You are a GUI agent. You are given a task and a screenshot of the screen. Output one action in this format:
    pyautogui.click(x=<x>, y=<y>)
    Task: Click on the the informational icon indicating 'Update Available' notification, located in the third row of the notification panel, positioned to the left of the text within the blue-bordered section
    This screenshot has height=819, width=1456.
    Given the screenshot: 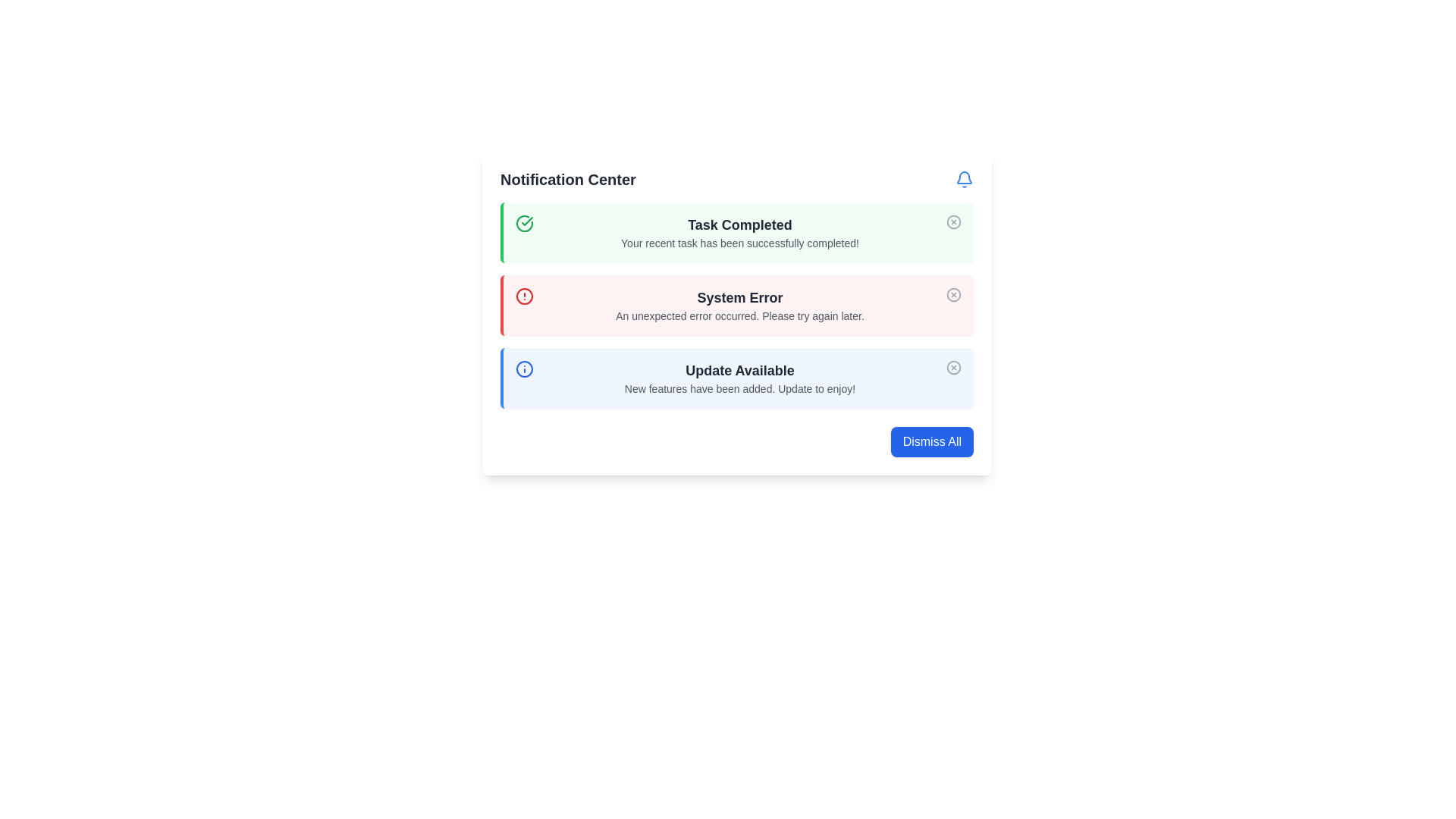 What is the action you would take?
    pyautogui.click(x=524, y=369)
    